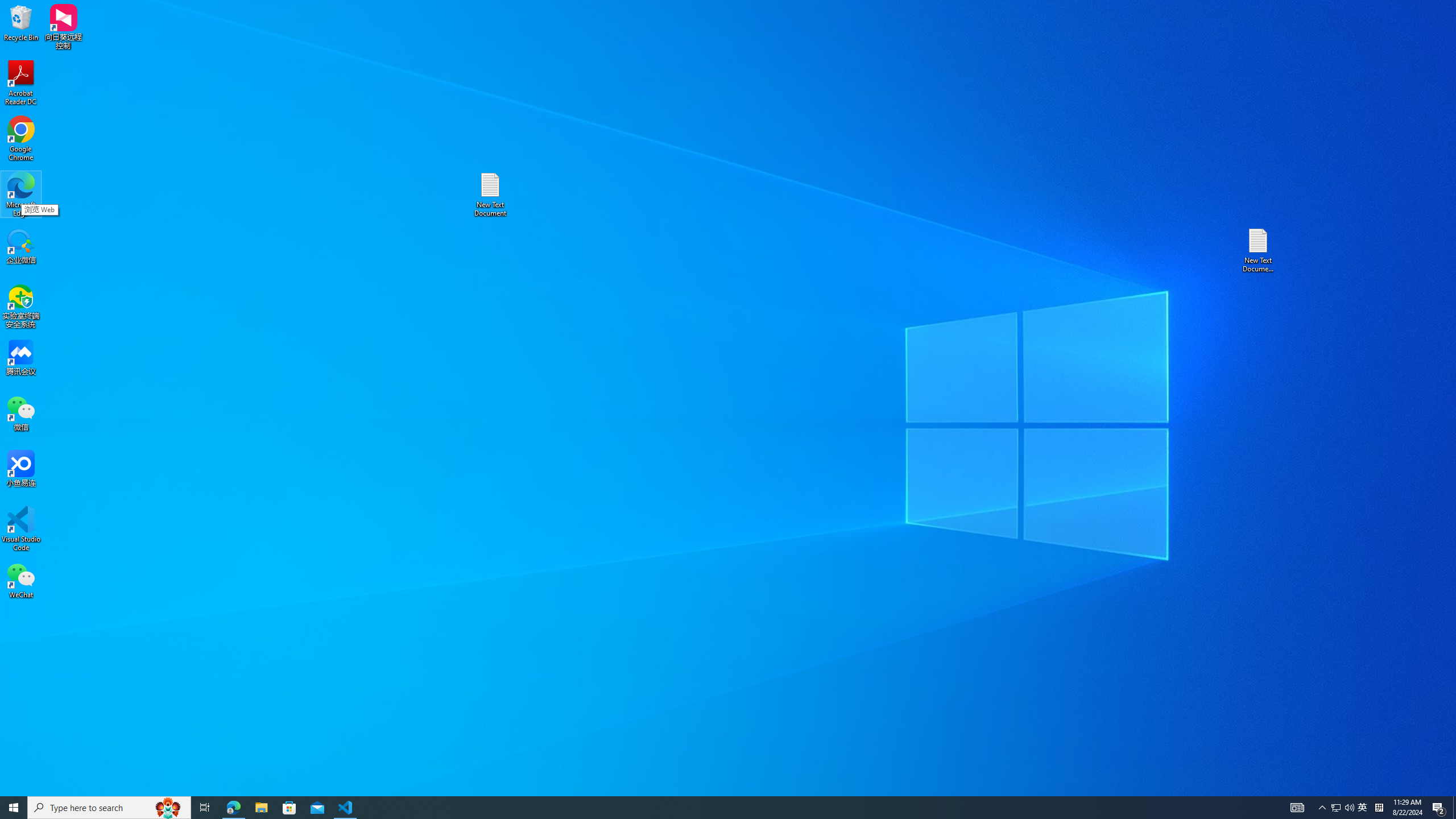  What do you see at coordinates (489, 194) in the screenshot?
I see `'New Text Document'` at bounding box center [489, 194].